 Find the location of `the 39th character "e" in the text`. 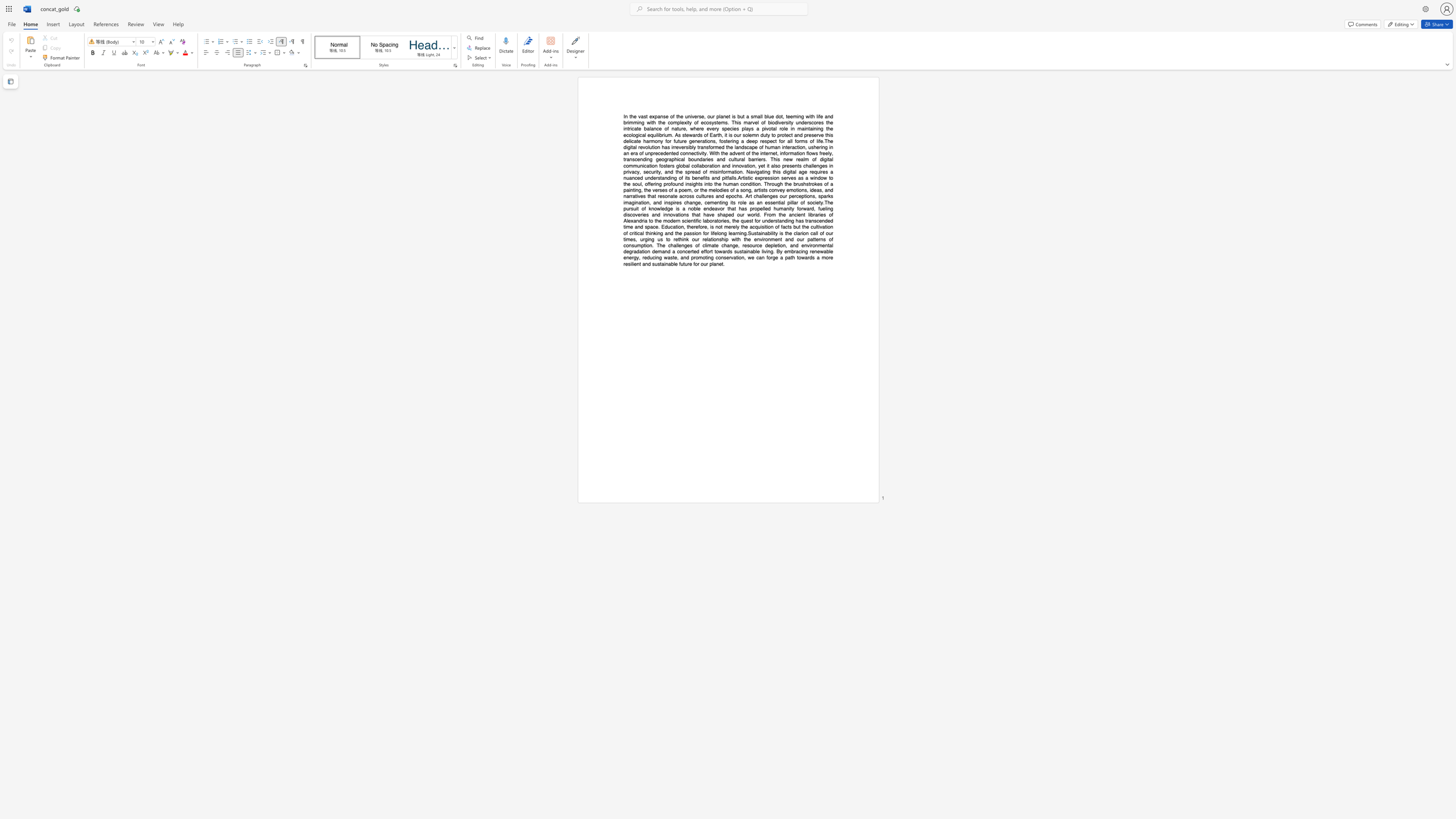

the 39th character "e" in the text is located at coordinates (822, 134).